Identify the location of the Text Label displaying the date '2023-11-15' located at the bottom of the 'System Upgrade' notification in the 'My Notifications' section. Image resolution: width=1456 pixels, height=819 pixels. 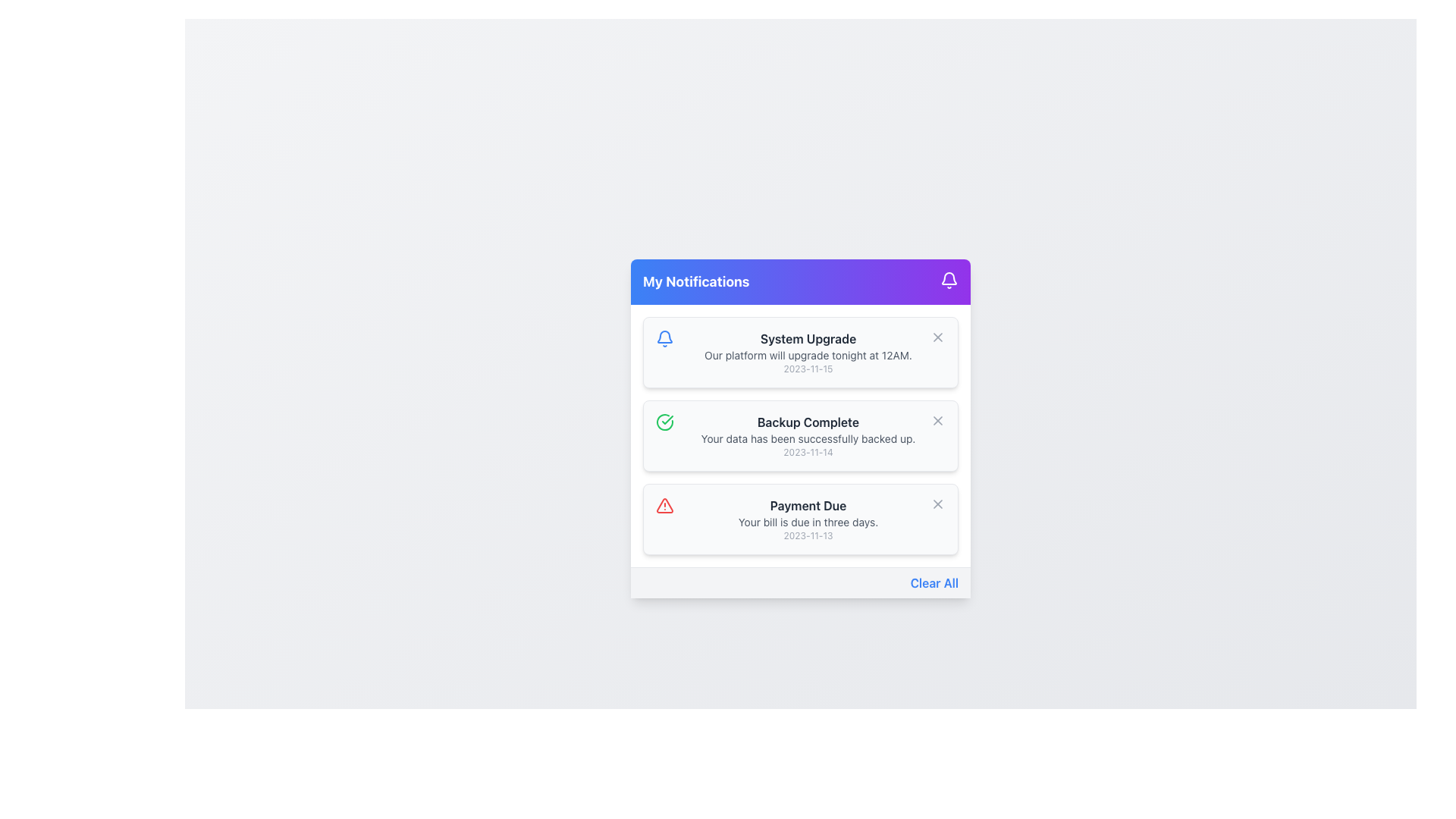
(807, 369).